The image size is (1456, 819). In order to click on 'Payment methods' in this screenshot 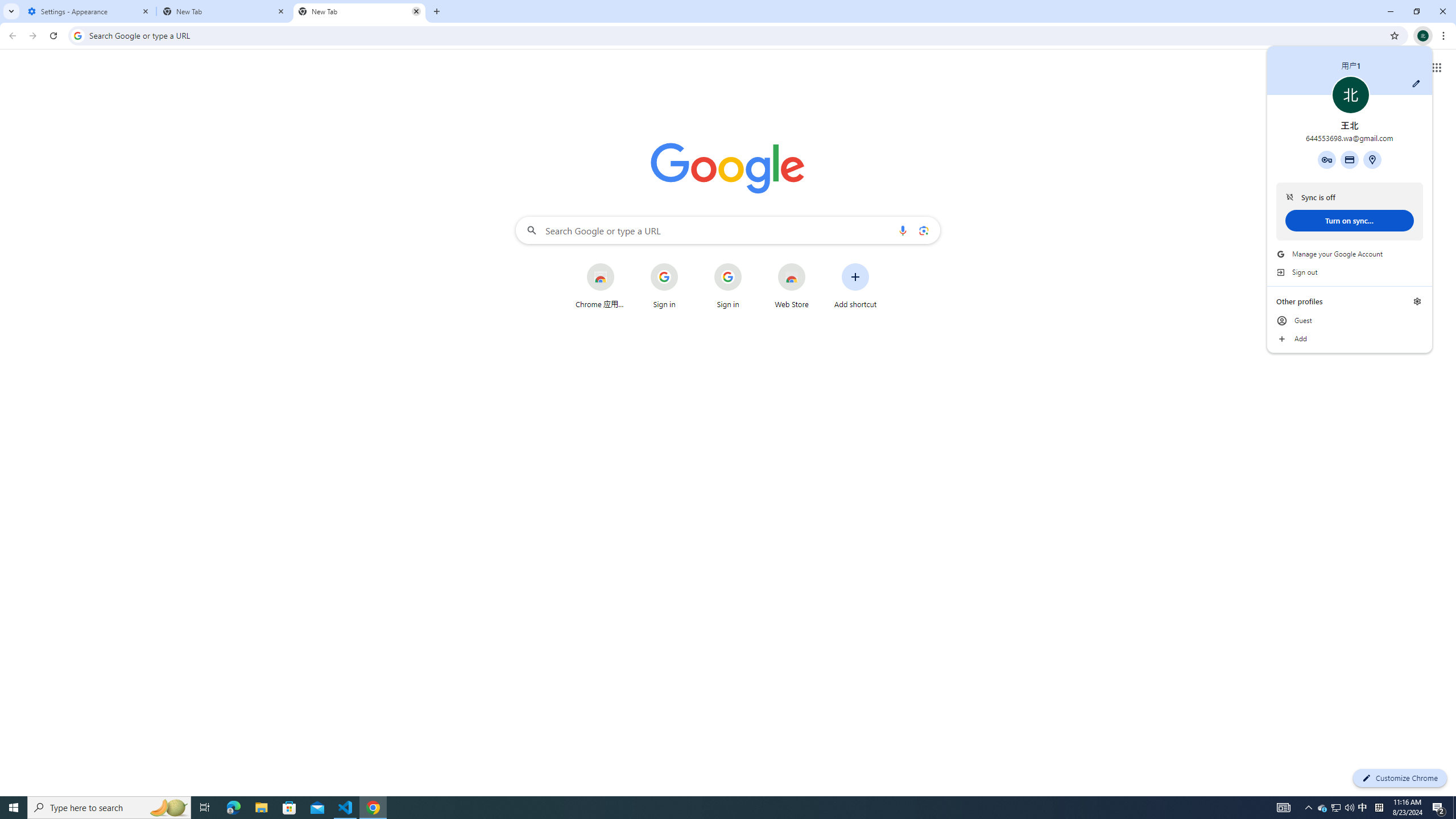, I will do `click(1349, 159)`.